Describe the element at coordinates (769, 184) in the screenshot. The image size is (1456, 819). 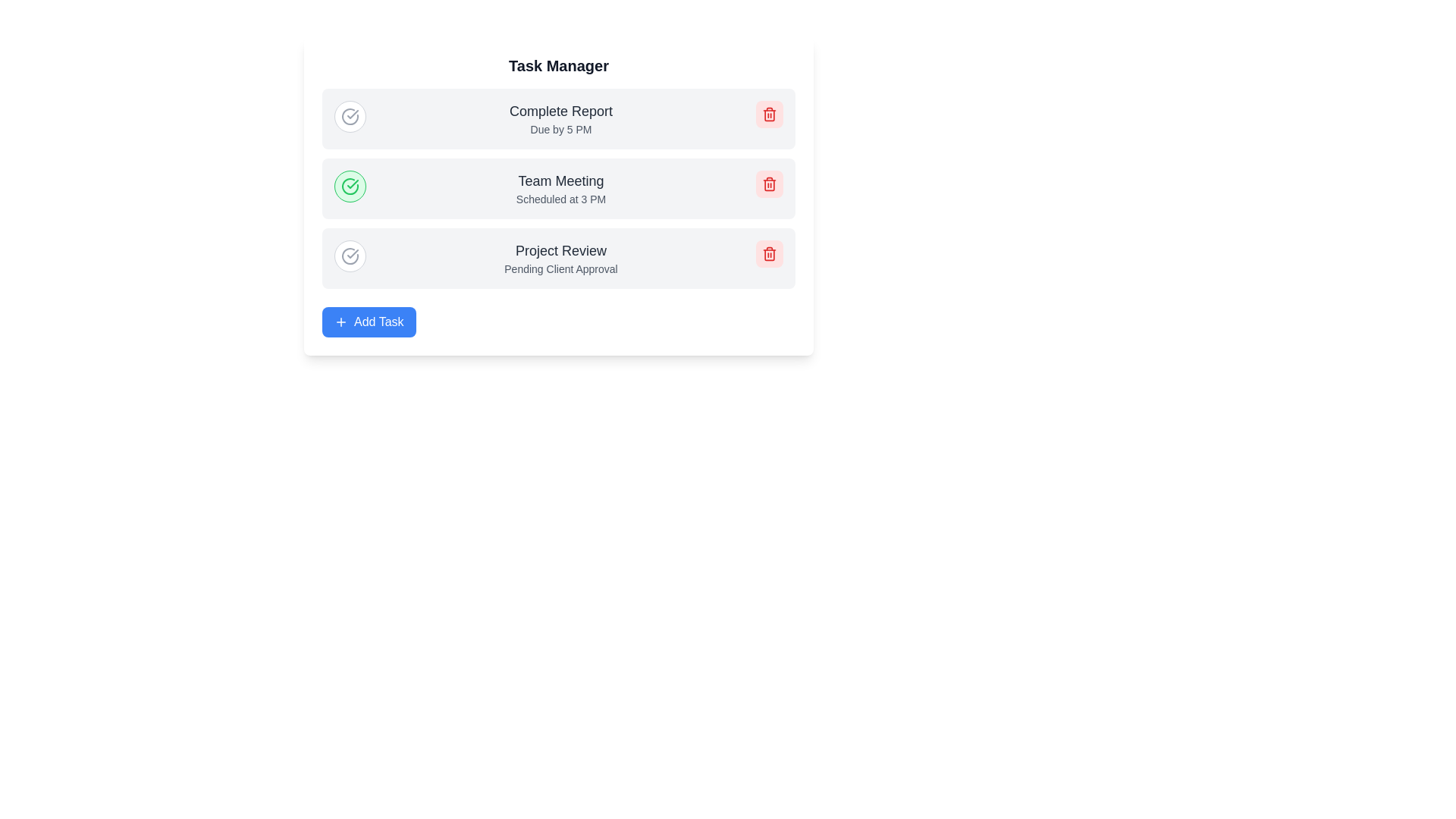
I see `the delete button located in the upper-right corner of the 'Team Meeting' task item` at that location.